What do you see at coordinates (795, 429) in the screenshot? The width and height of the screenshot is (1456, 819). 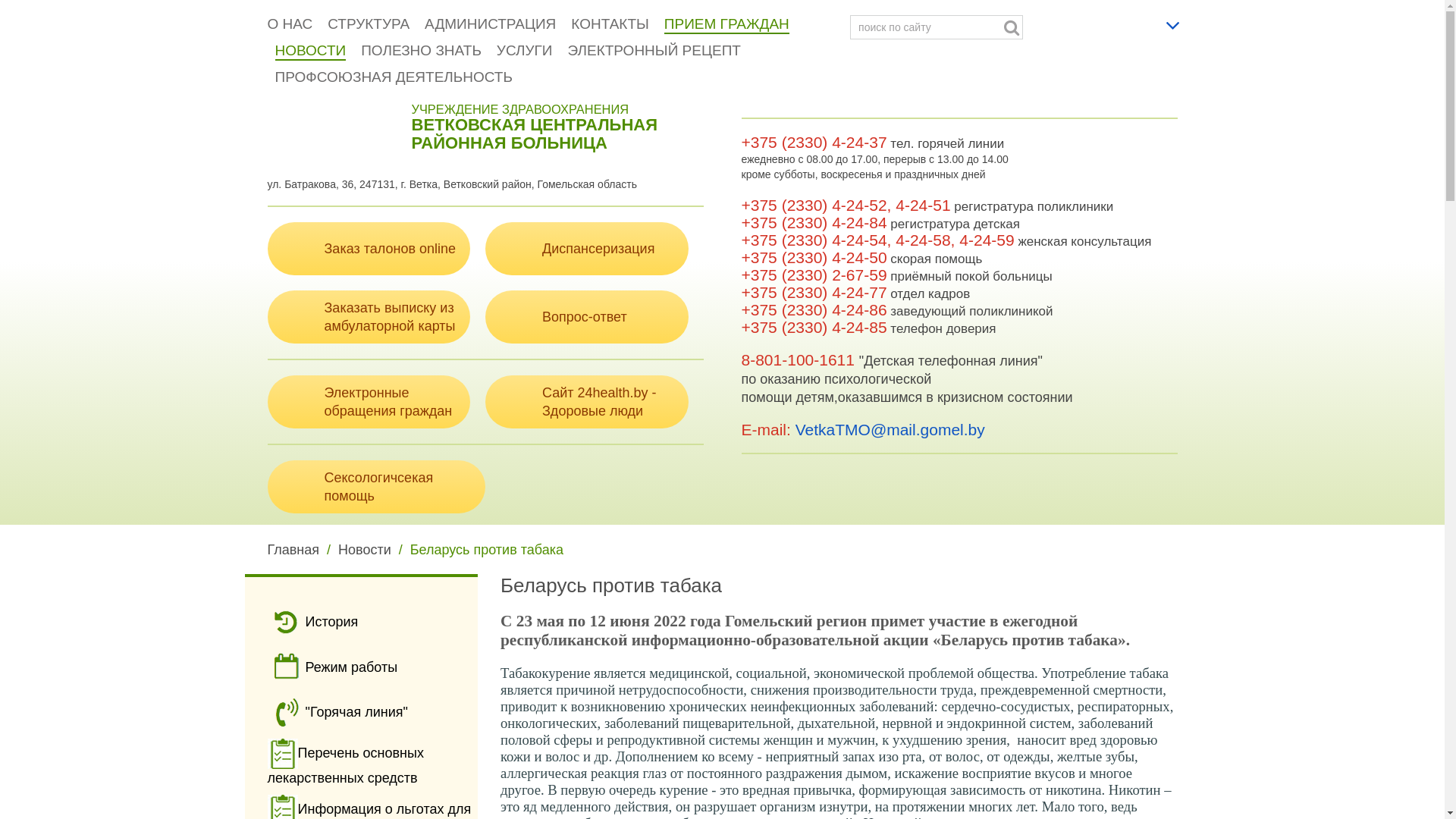 I see `'VetkaTMO@mail.gomel.by'` at bounding box center [795, 429].